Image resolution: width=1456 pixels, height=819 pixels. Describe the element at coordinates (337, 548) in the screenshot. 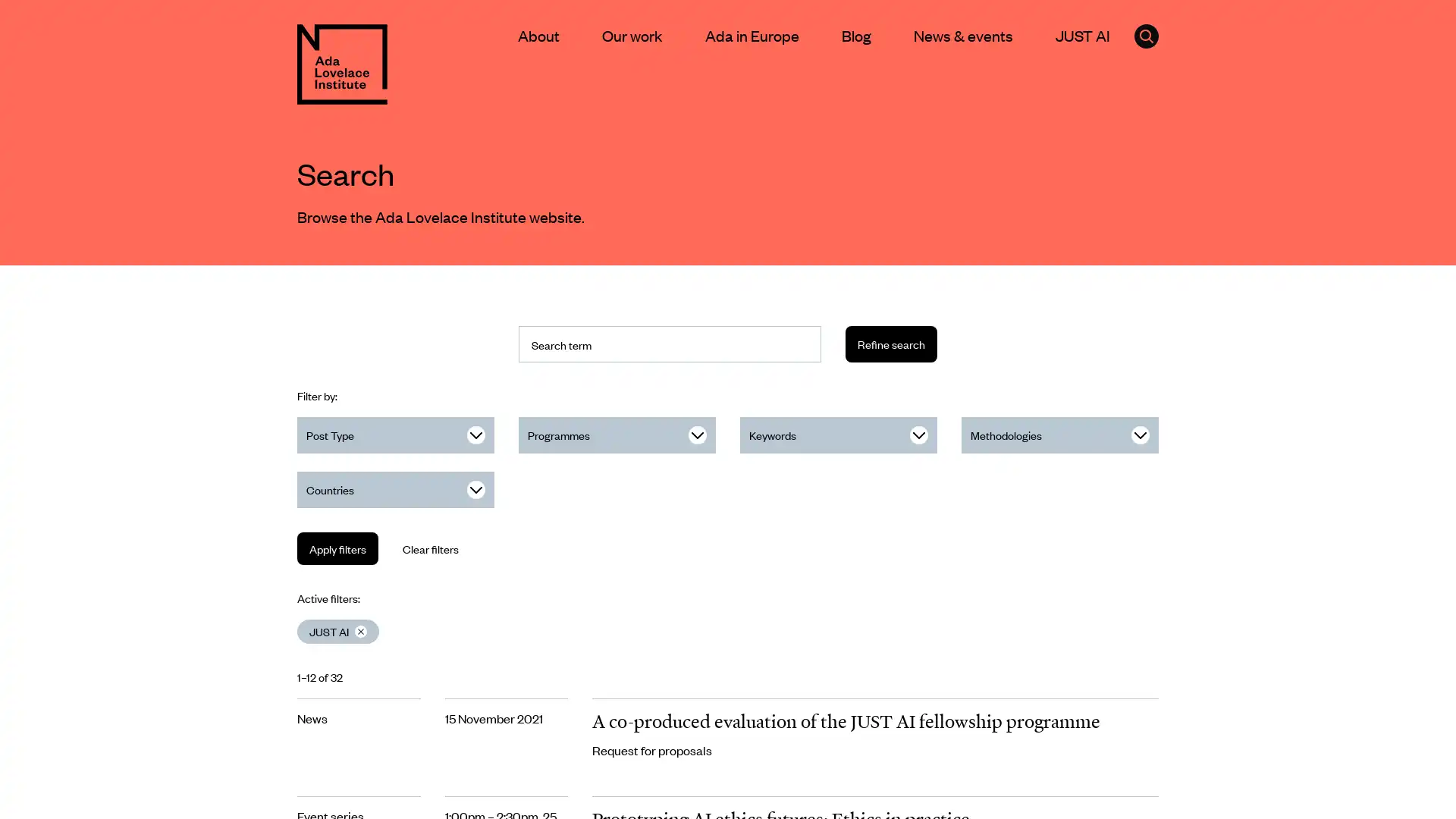

I see `Apply filters` at that location.